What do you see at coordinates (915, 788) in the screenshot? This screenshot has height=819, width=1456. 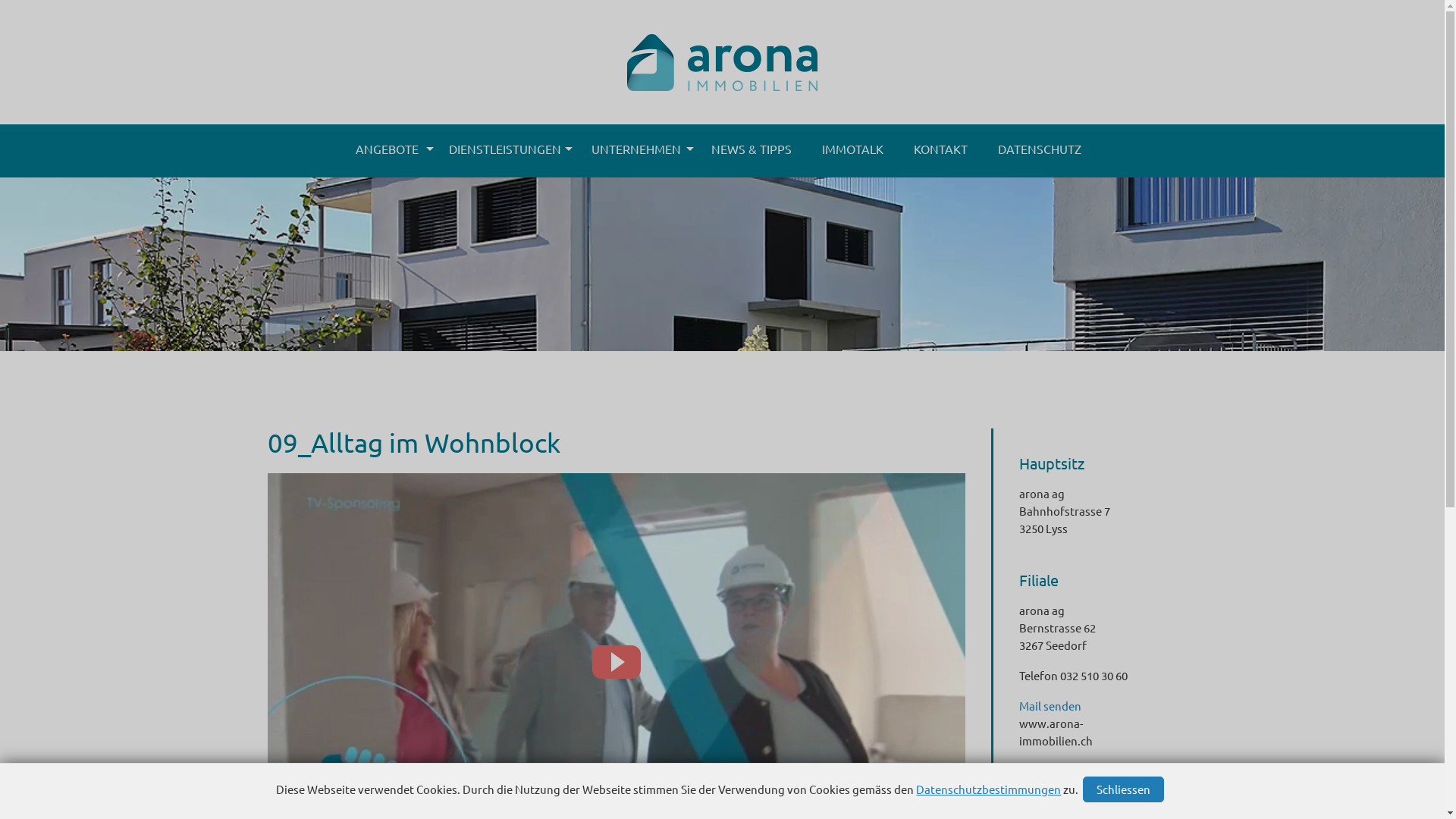 I see `'Datenschutzbestimmungen'` at bounding box center [915, 788].